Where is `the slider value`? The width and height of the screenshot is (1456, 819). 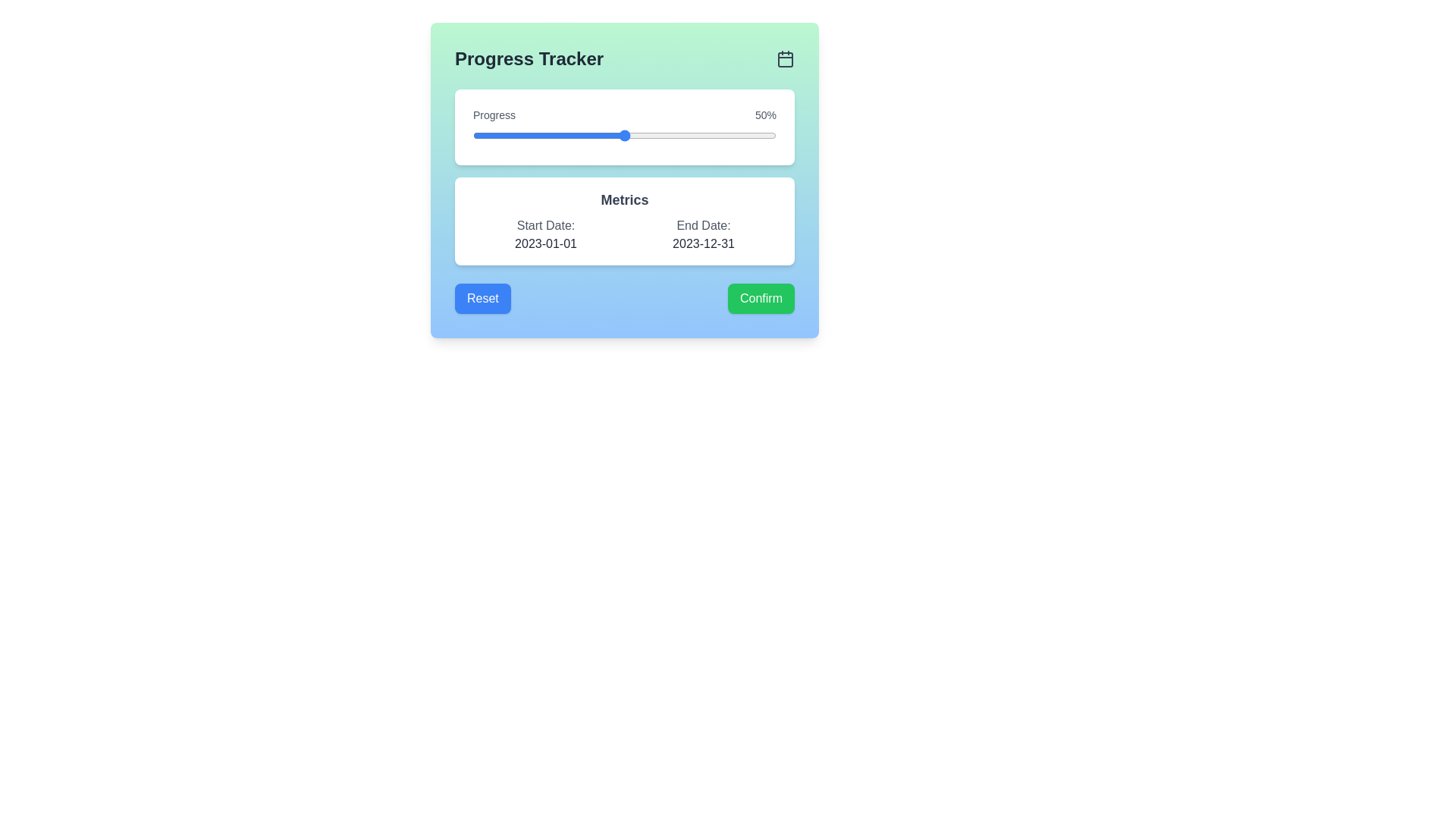 the slider value is located at coordinates (537, 134).